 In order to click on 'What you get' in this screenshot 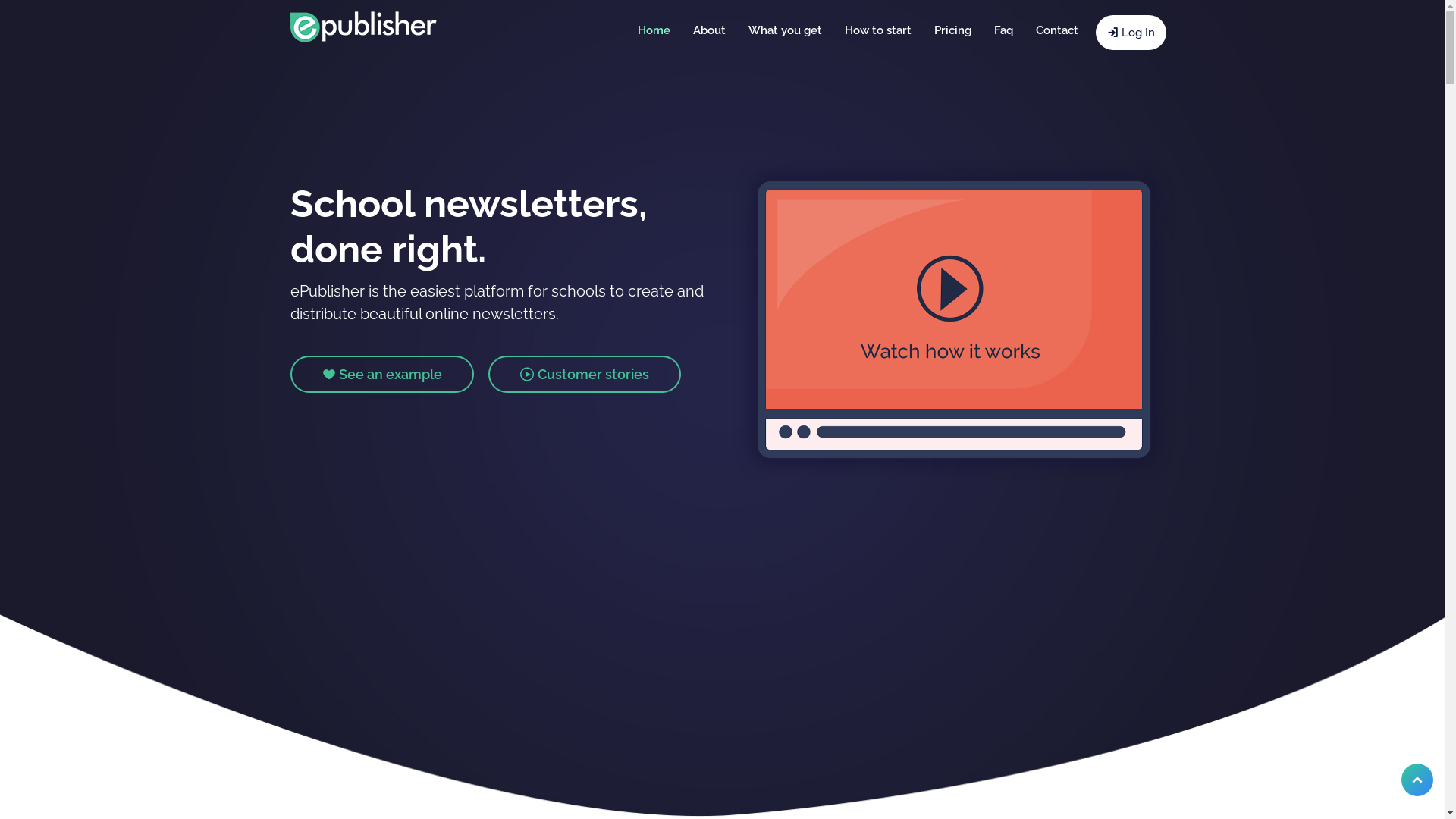, I will do `click(785, 30)`.